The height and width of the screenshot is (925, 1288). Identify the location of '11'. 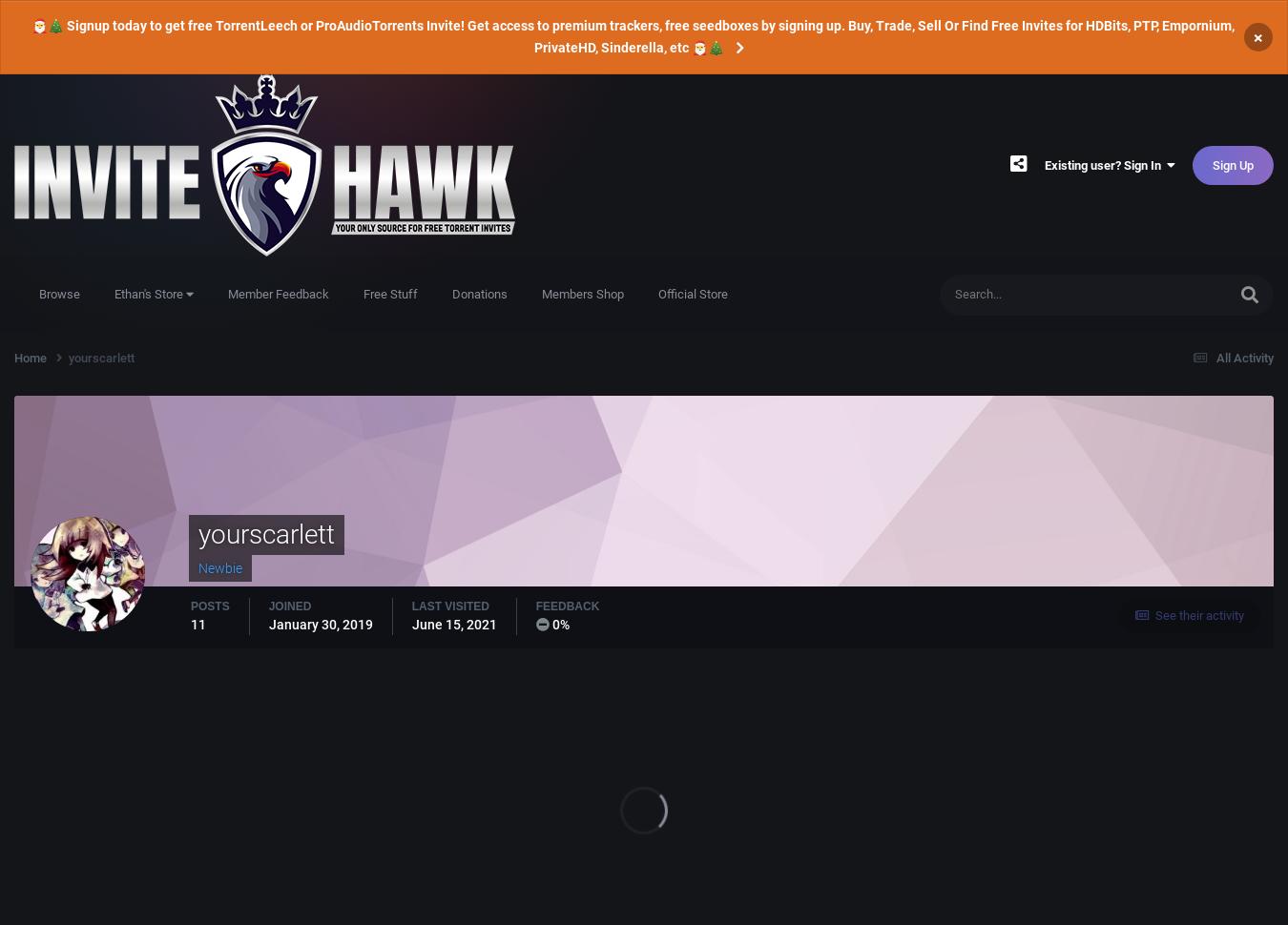
(198, 624).